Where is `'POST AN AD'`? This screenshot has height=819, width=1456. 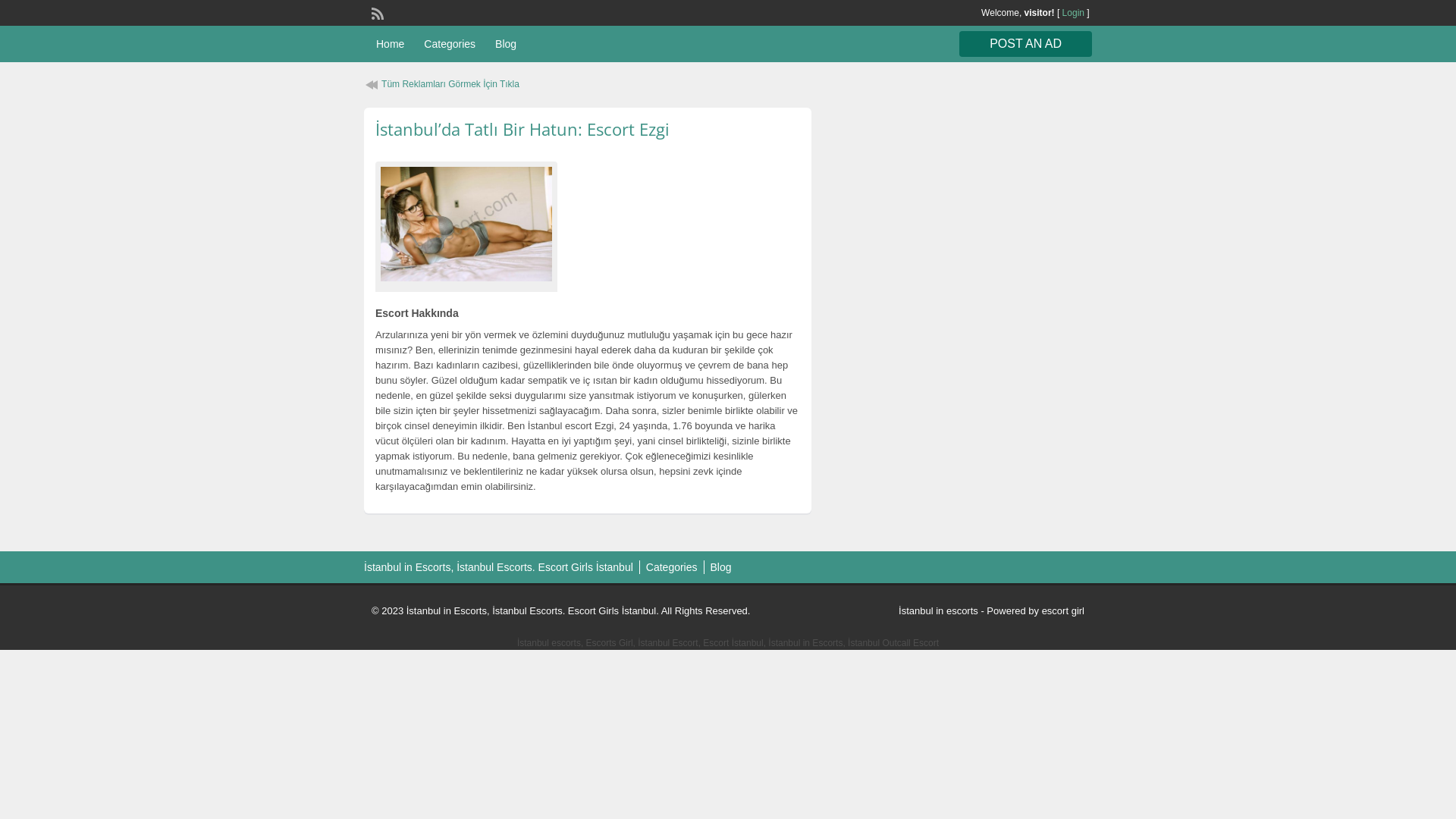 'POST AN AD' is located at coordinates (1025, 42).